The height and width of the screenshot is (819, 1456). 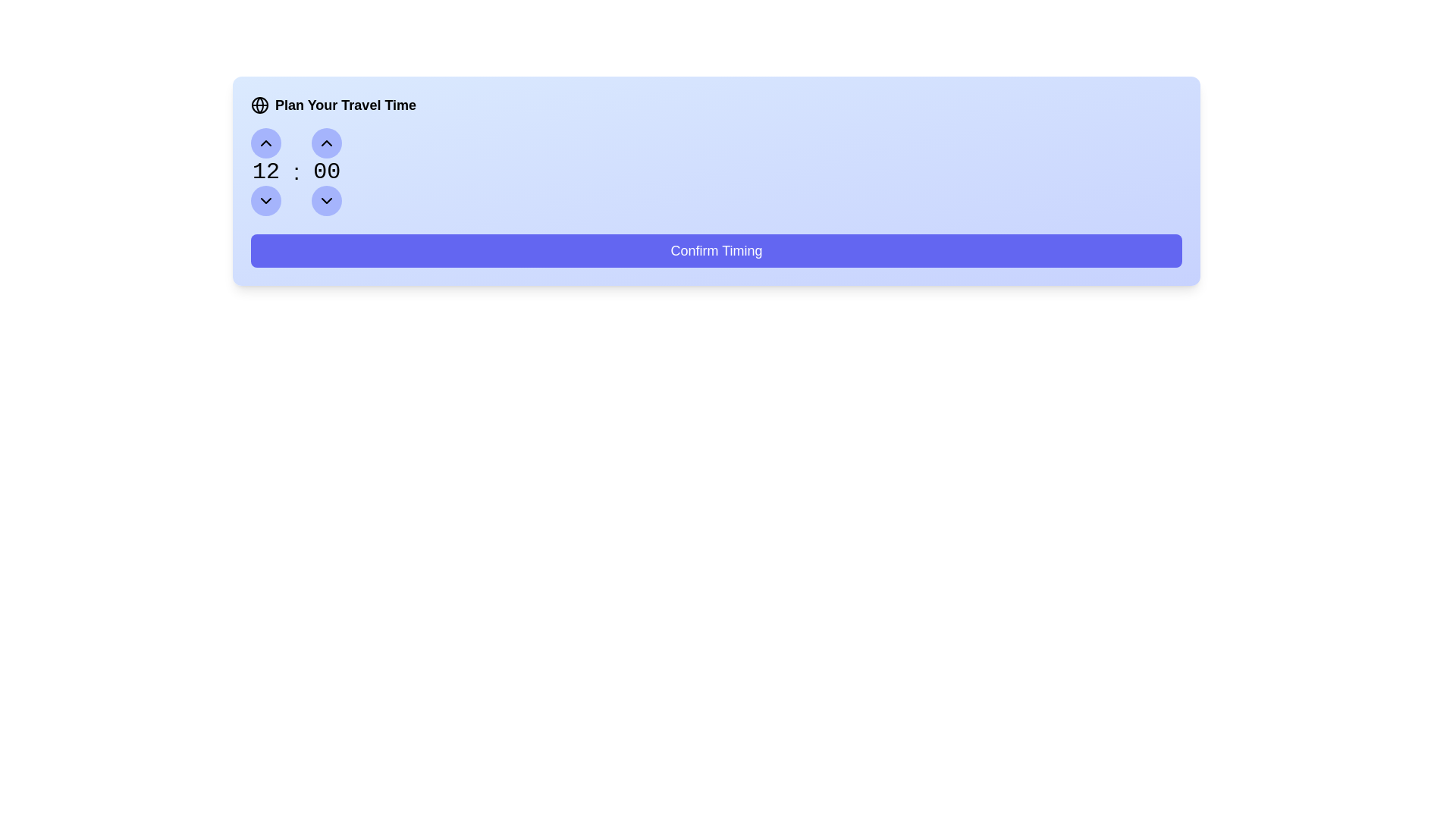 What do you see at coordinates (265, 200) in the screenshot?
I see `the downward-pointing chevron arrow icon within the circular indigo button located underneath the hour '12' numeric control` at bounding box center [265, 200].